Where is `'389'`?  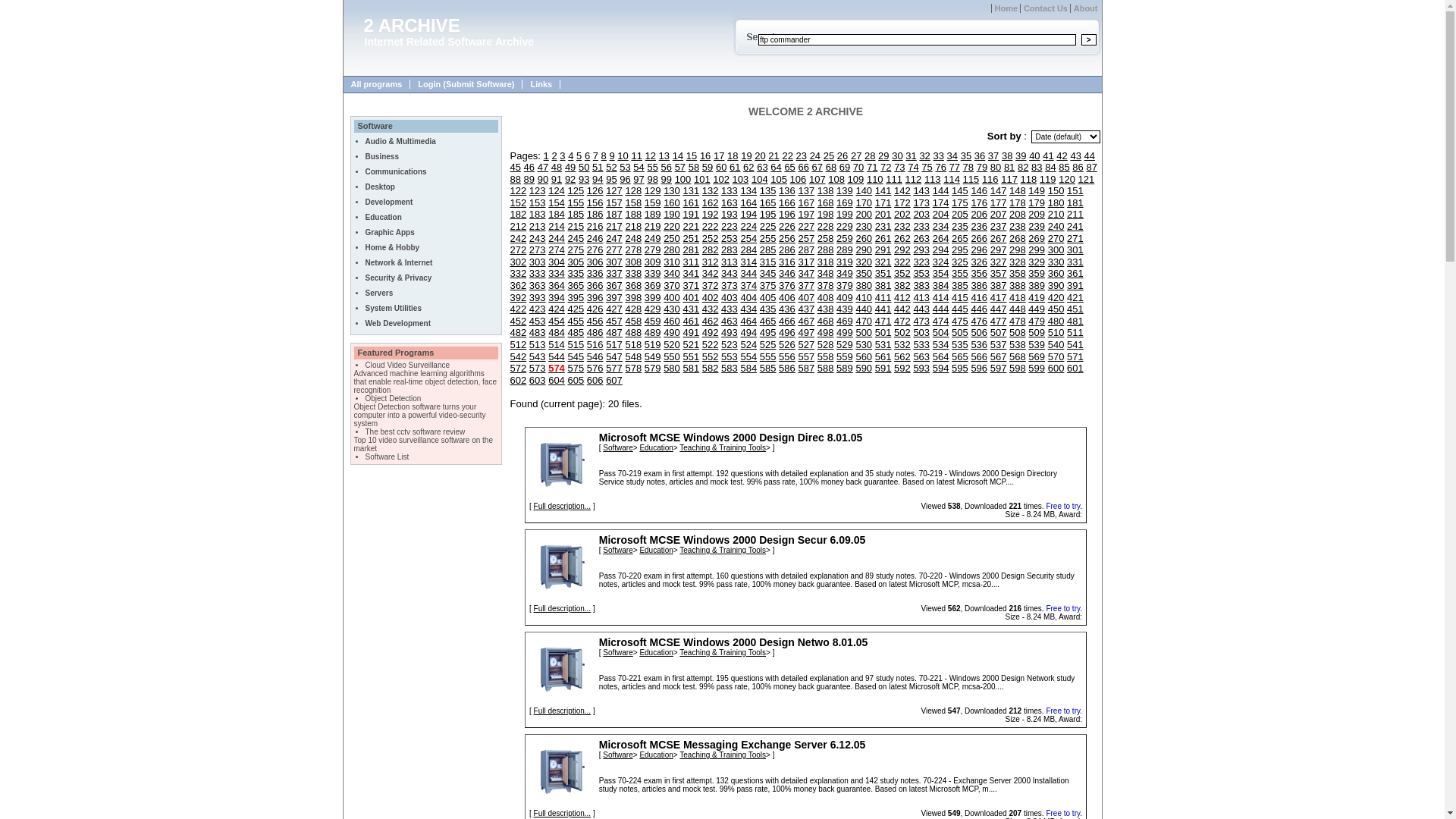 '389' is located at coordinates (1028, 285).